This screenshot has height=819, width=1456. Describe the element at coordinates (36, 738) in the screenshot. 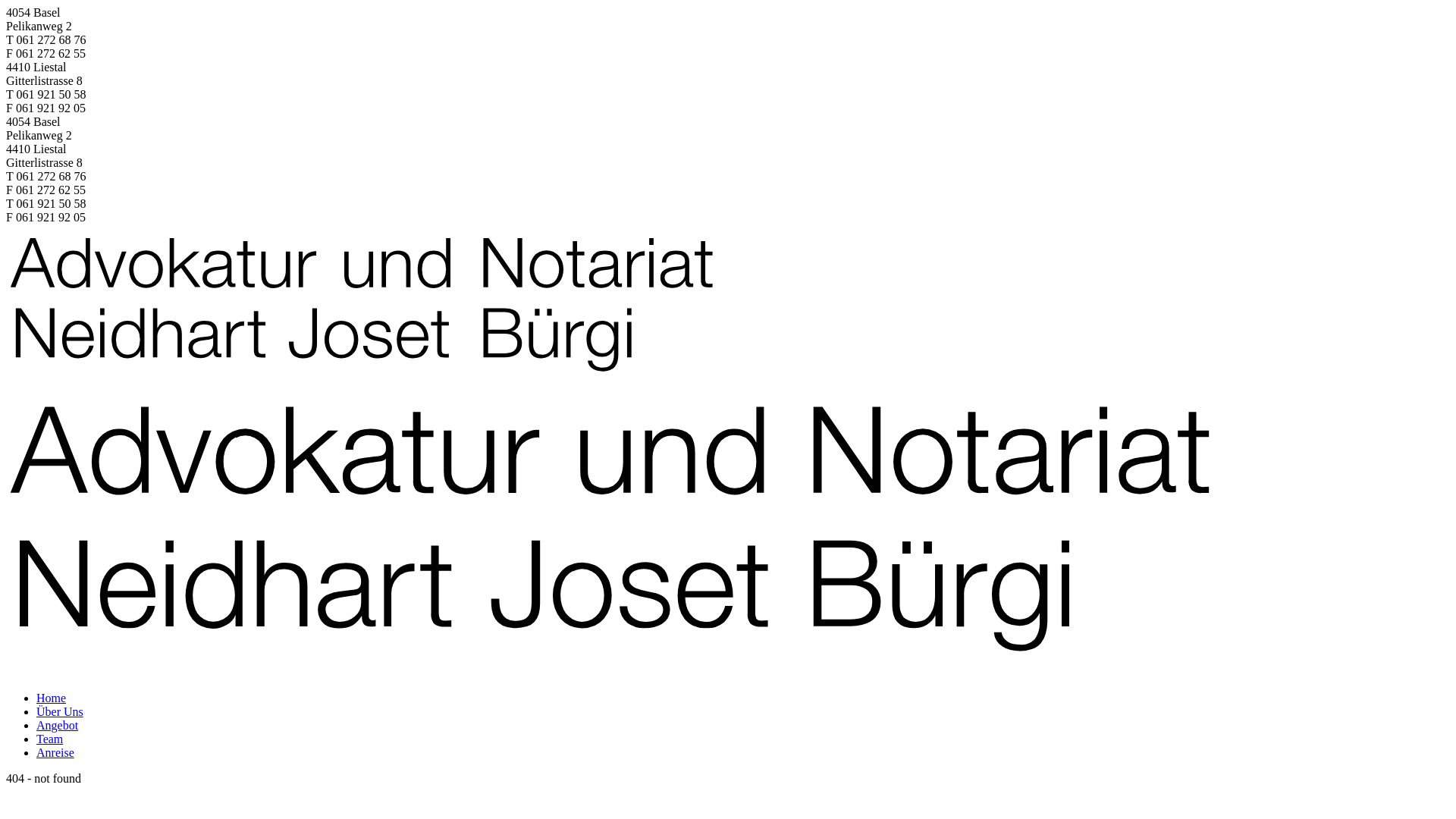

I see `'Team'` at that location.